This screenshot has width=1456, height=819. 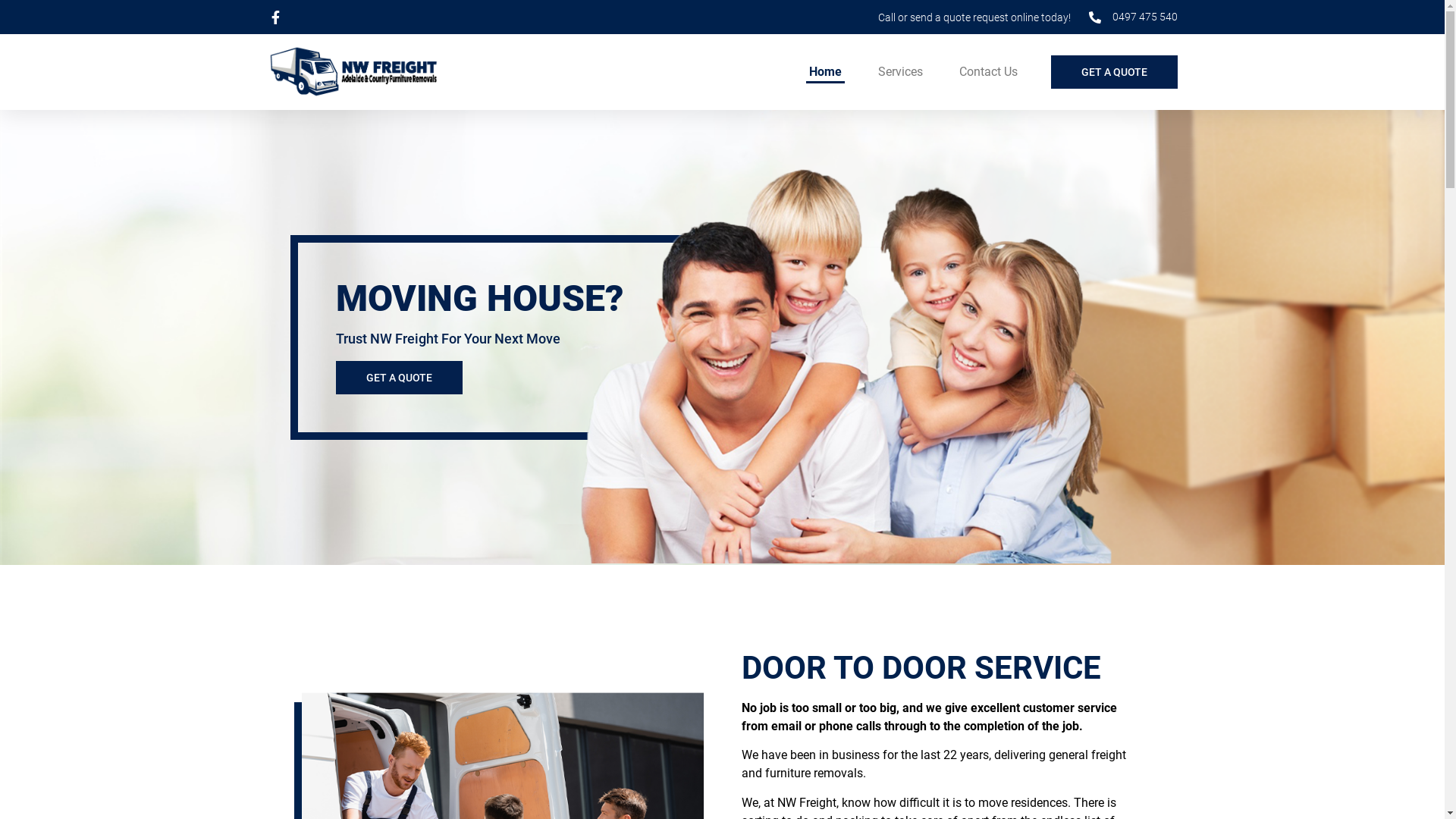 I want to click on 'Home', so click(x=824, y=72).